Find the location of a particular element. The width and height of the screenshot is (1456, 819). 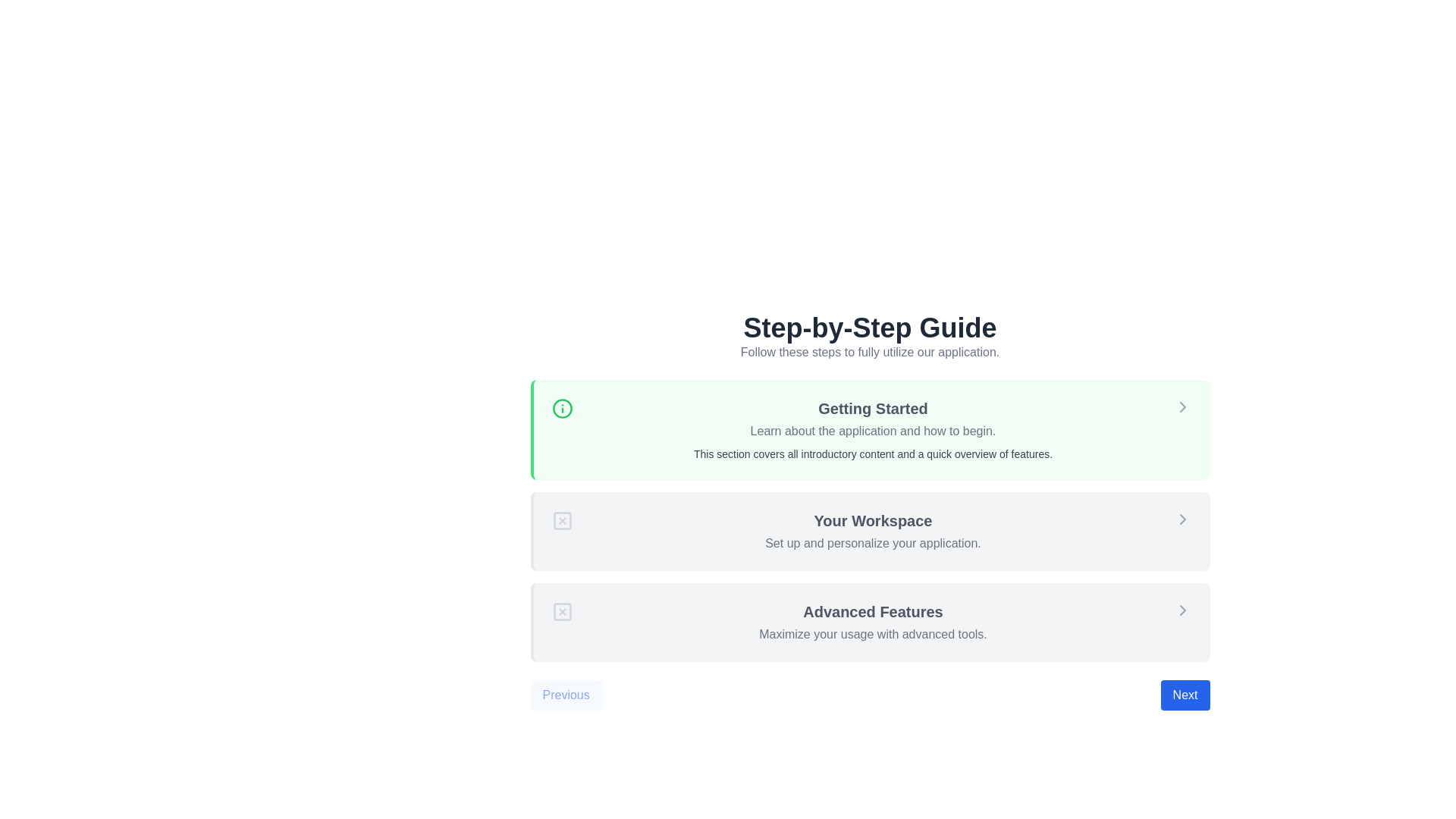

the square icon with an 'X' shape inside, located to the far left of the 'Advanced Features' section is located at coordinates (561, 610).